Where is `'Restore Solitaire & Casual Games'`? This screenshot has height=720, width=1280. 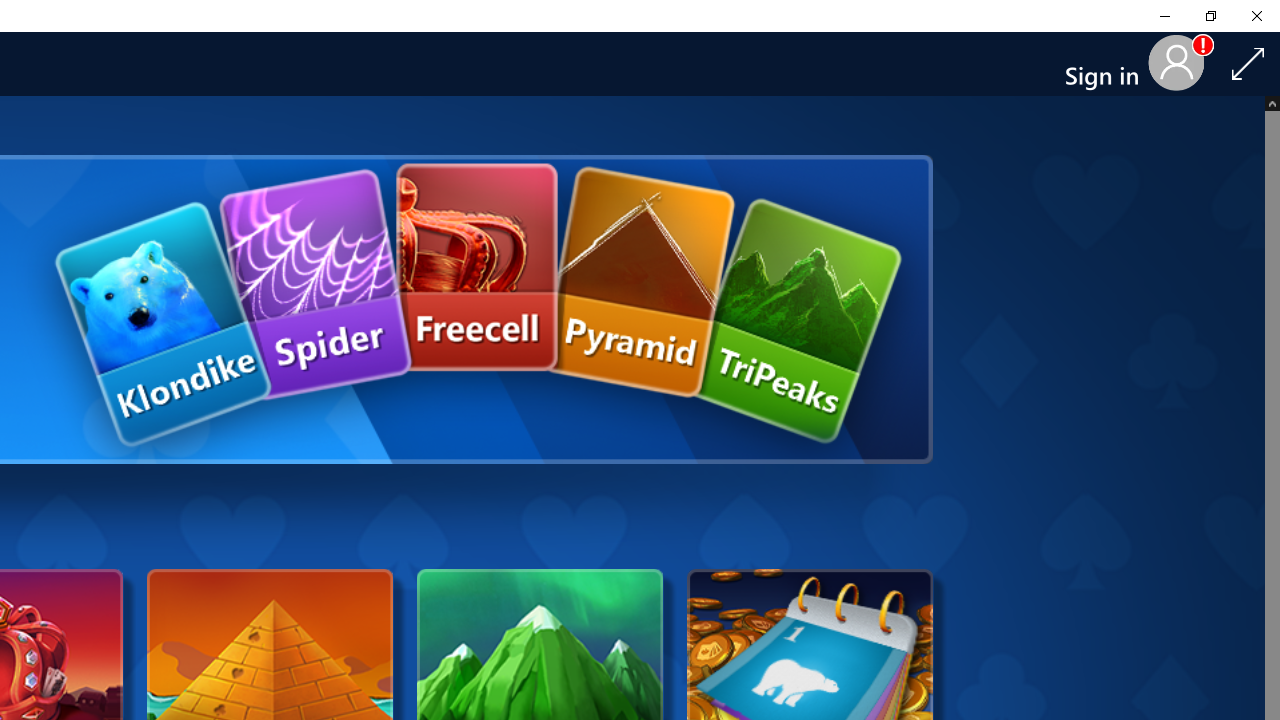 'Restore Solitaire & Casual Games' is located at coordinates (1209, 15).